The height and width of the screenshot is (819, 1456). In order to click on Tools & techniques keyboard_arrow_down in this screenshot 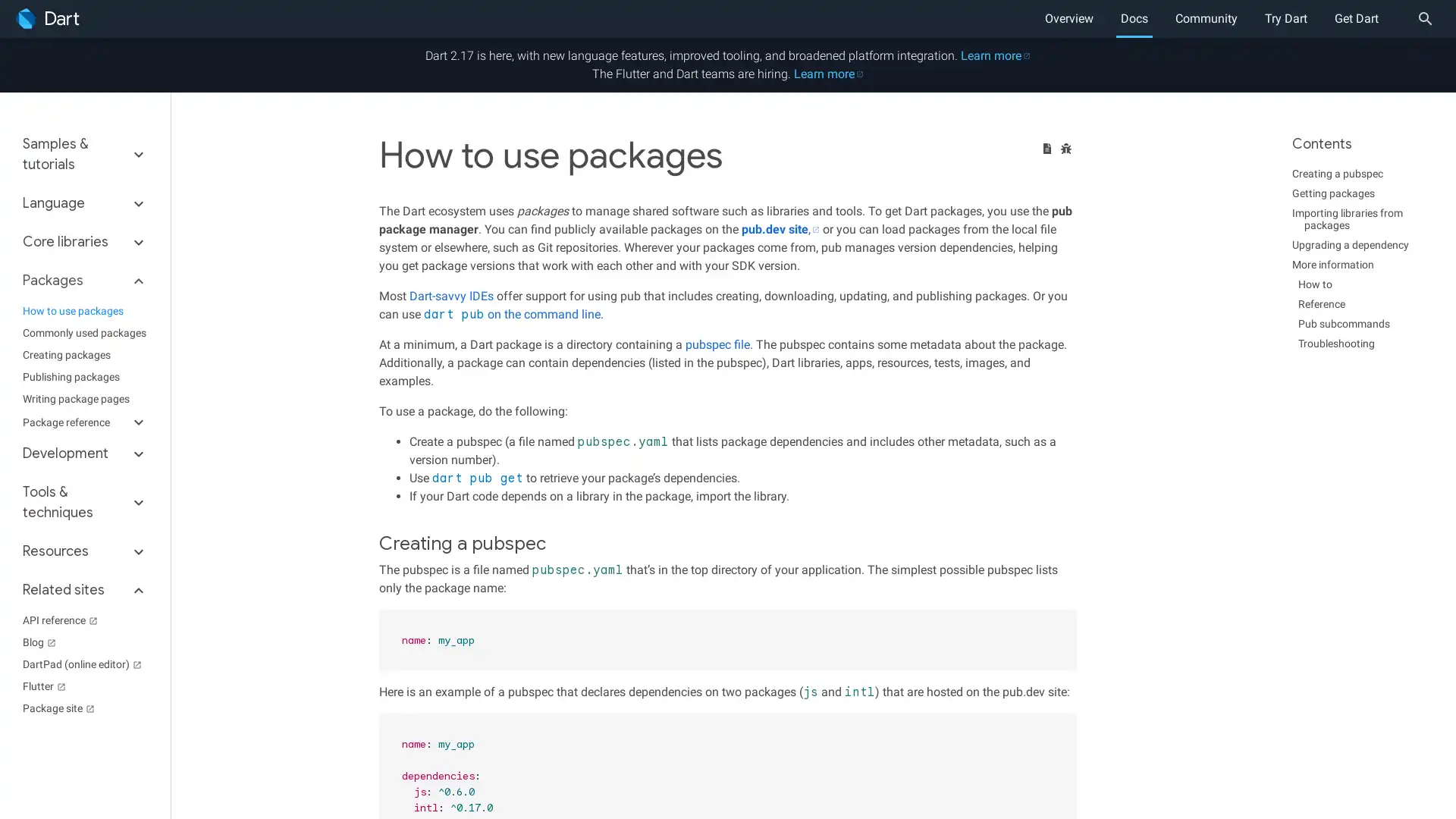, I will do `click(84, 503)`.